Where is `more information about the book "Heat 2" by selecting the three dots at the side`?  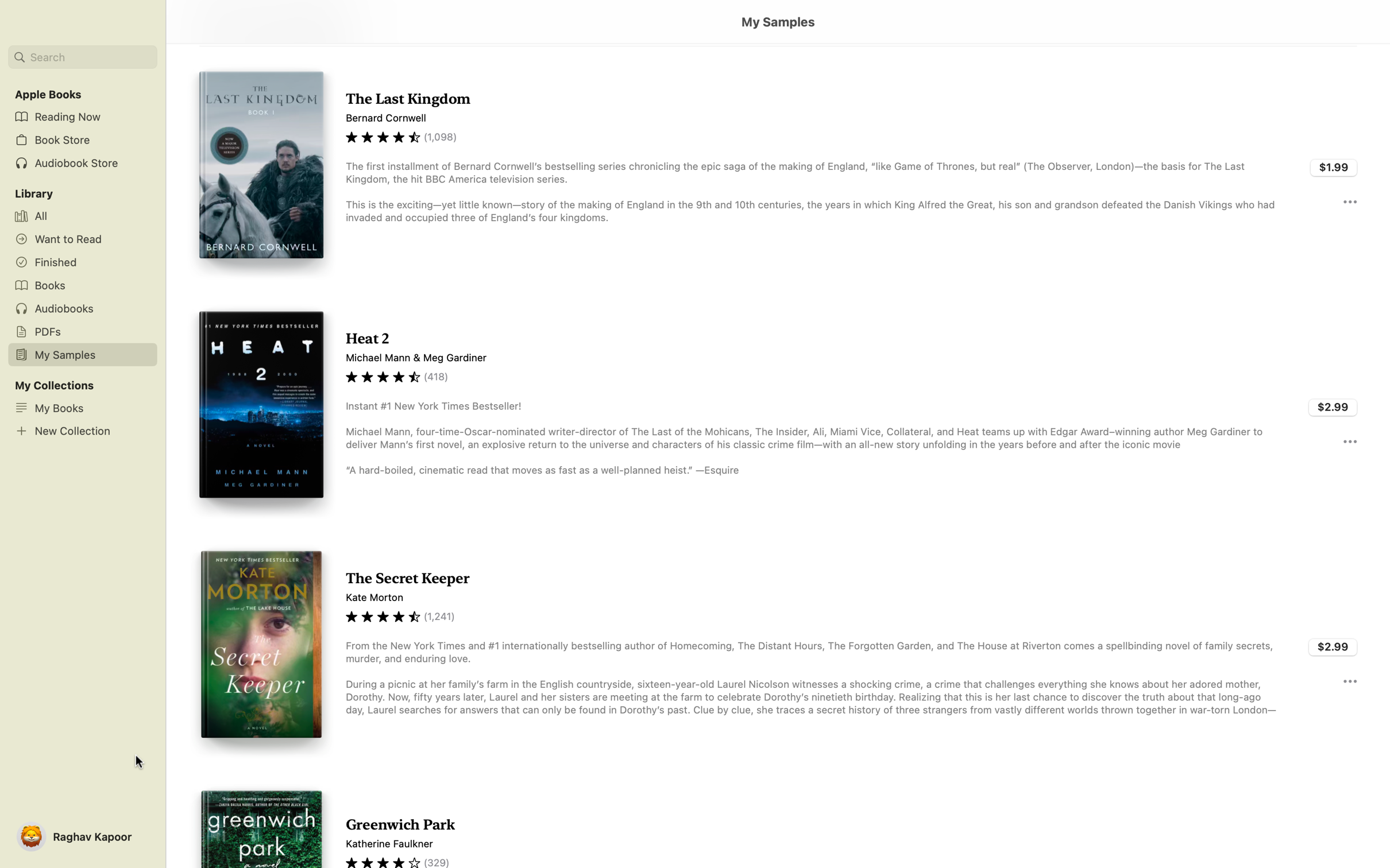 more information about the book "Heat 2" by selecting the three dots at the side is located at coordinates (1349, 441).